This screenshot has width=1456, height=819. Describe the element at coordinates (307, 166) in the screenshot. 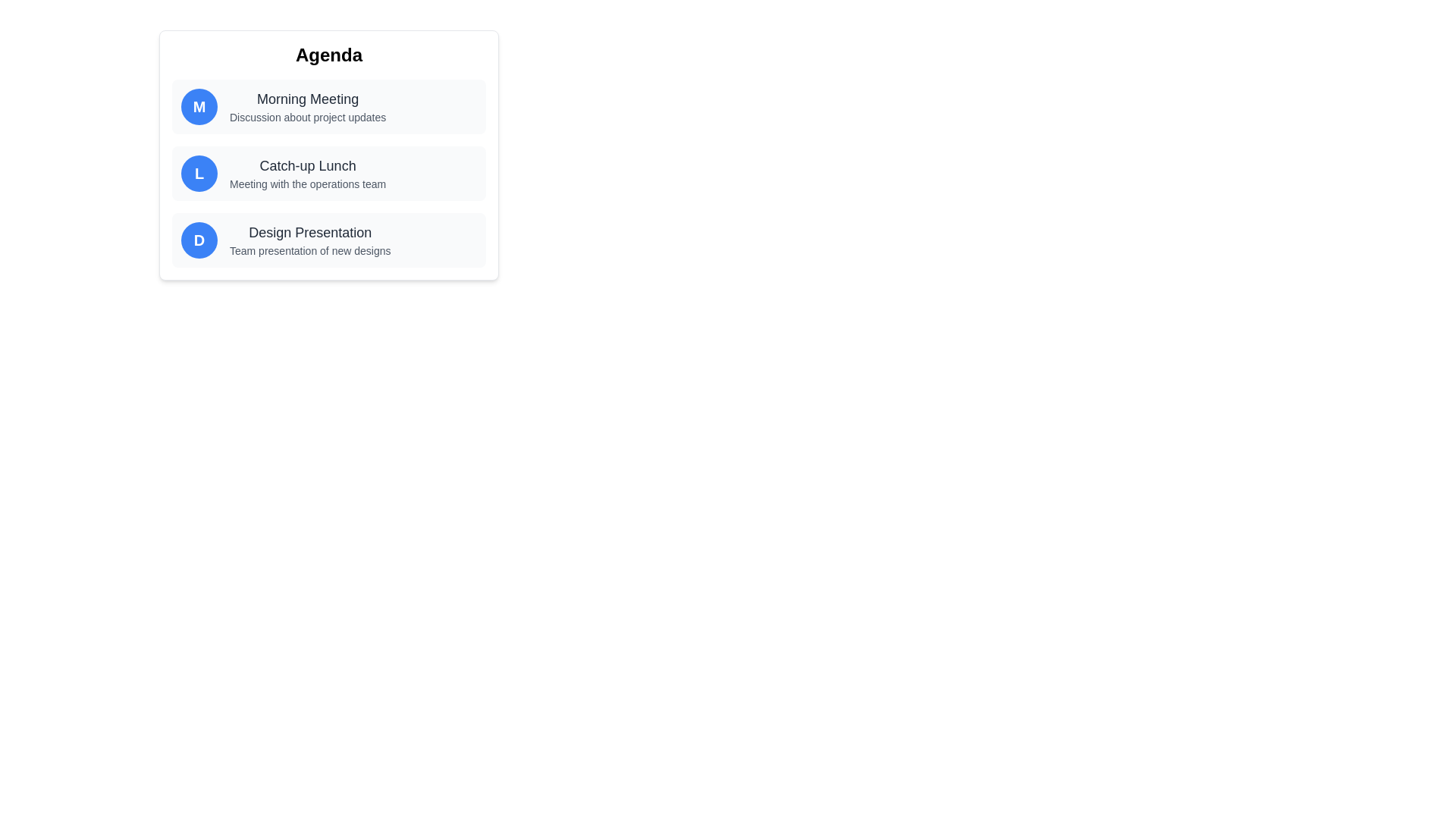

I see `the text label displaying 'Catch-up Lunch', which is the second event in the list of appointments` at that location.